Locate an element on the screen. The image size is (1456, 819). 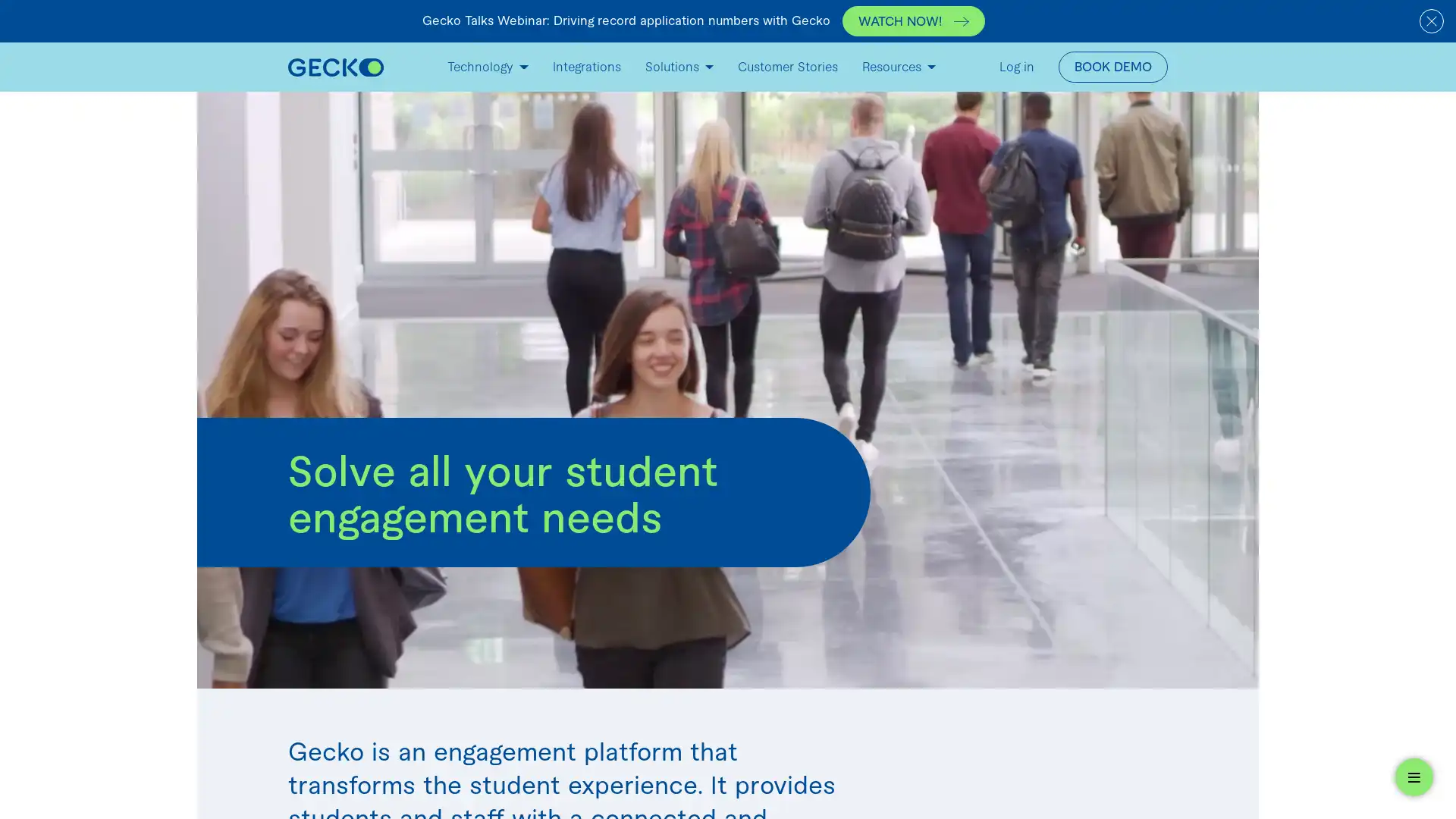
Oooh, what's this? Check out our *FREE* student engagement widget below. is located at coordinates (1318, 728).